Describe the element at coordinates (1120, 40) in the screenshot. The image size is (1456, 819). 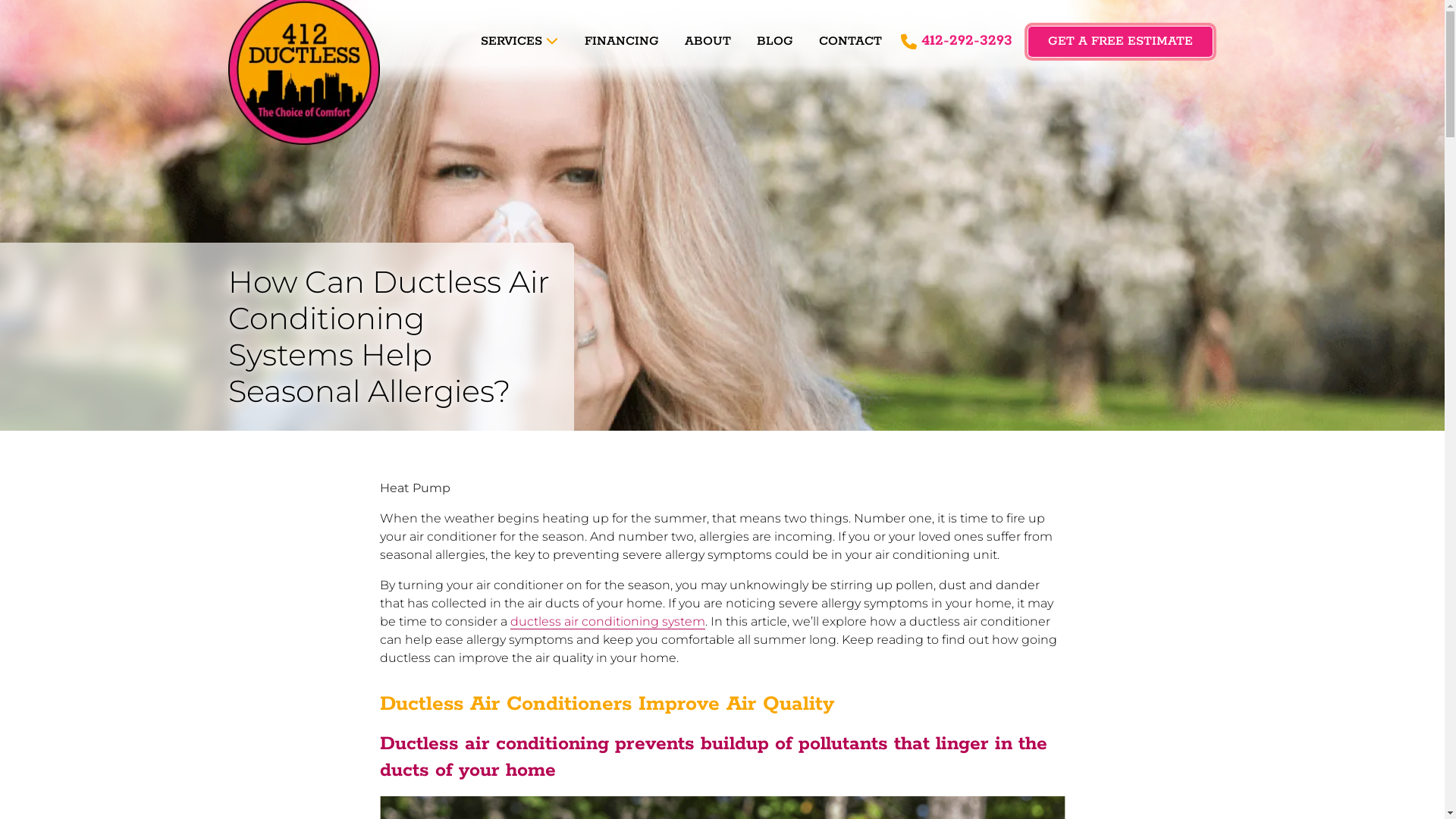
I see `'GET A FREE ESTIMATE'` at that location.